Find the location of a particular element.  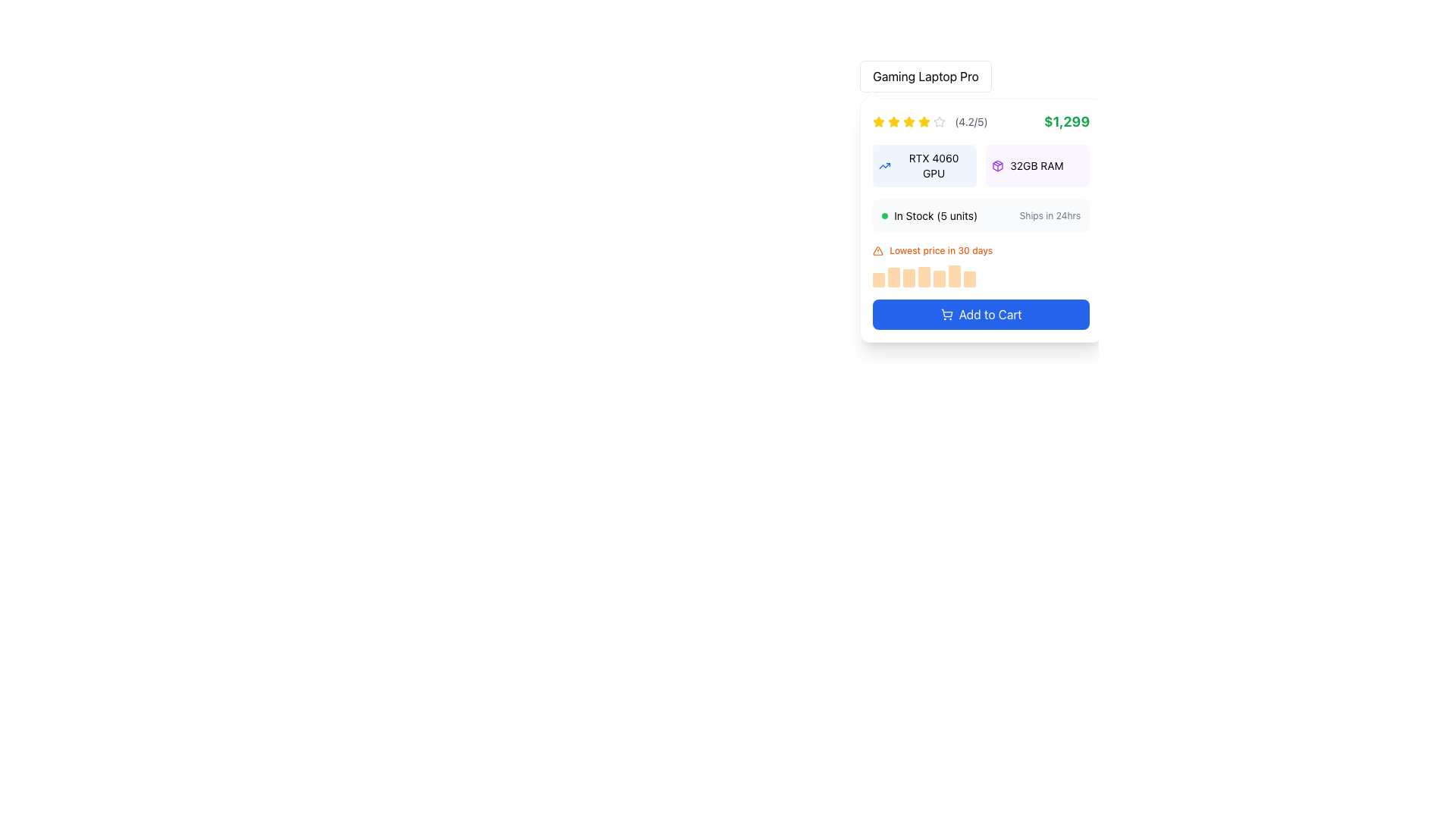

visual rating from the star-based rating display, which shows four filled yellow stars and one unfilled gray star, indicating a rating level is located at coordinates (929, 121).